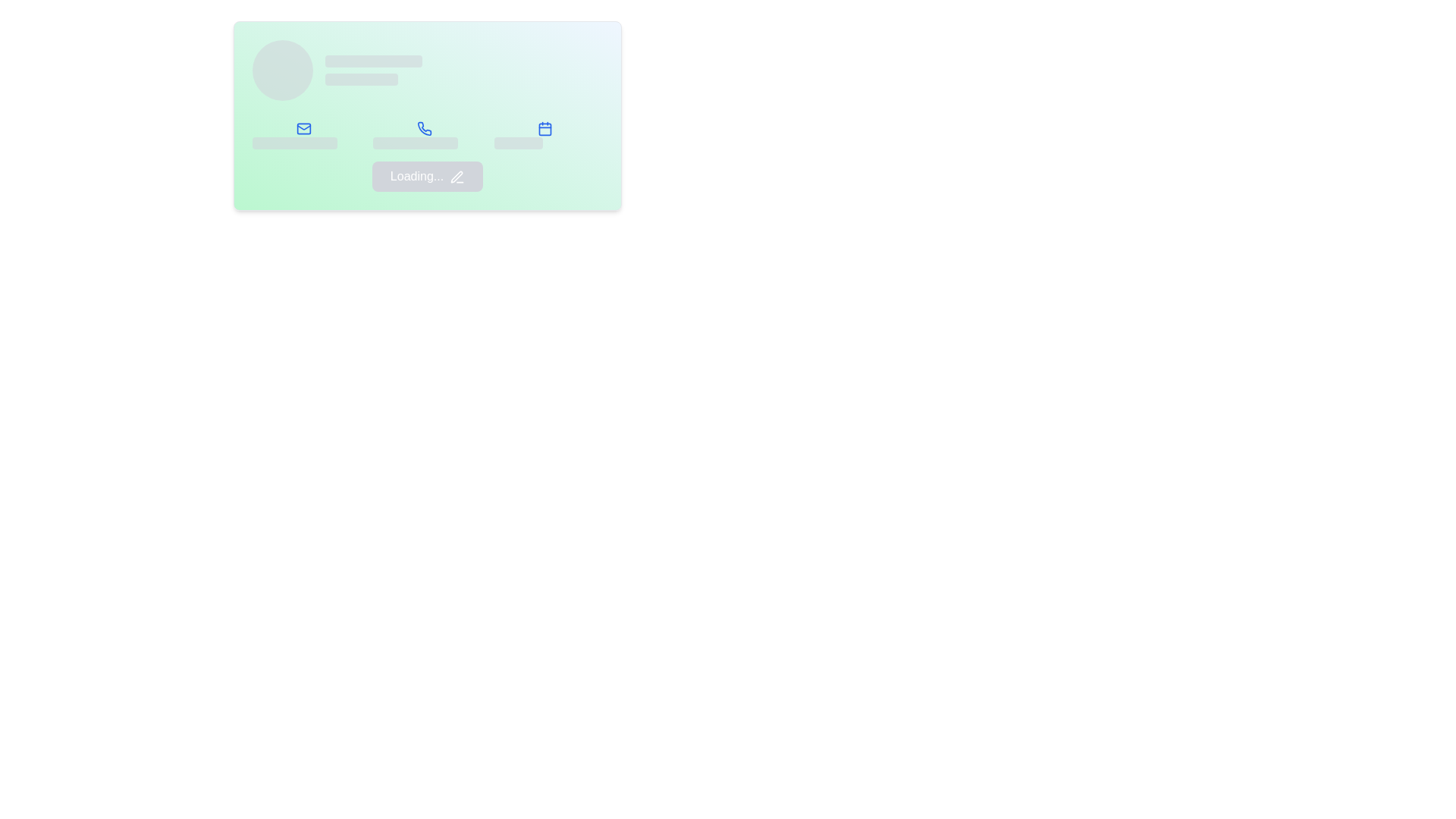 The width and height of the screenshot is (1456, 819). I want to click on the internal rectangular area with rounded corners within the calendar icon located in the top-right region of the interface, so click(545, 128).